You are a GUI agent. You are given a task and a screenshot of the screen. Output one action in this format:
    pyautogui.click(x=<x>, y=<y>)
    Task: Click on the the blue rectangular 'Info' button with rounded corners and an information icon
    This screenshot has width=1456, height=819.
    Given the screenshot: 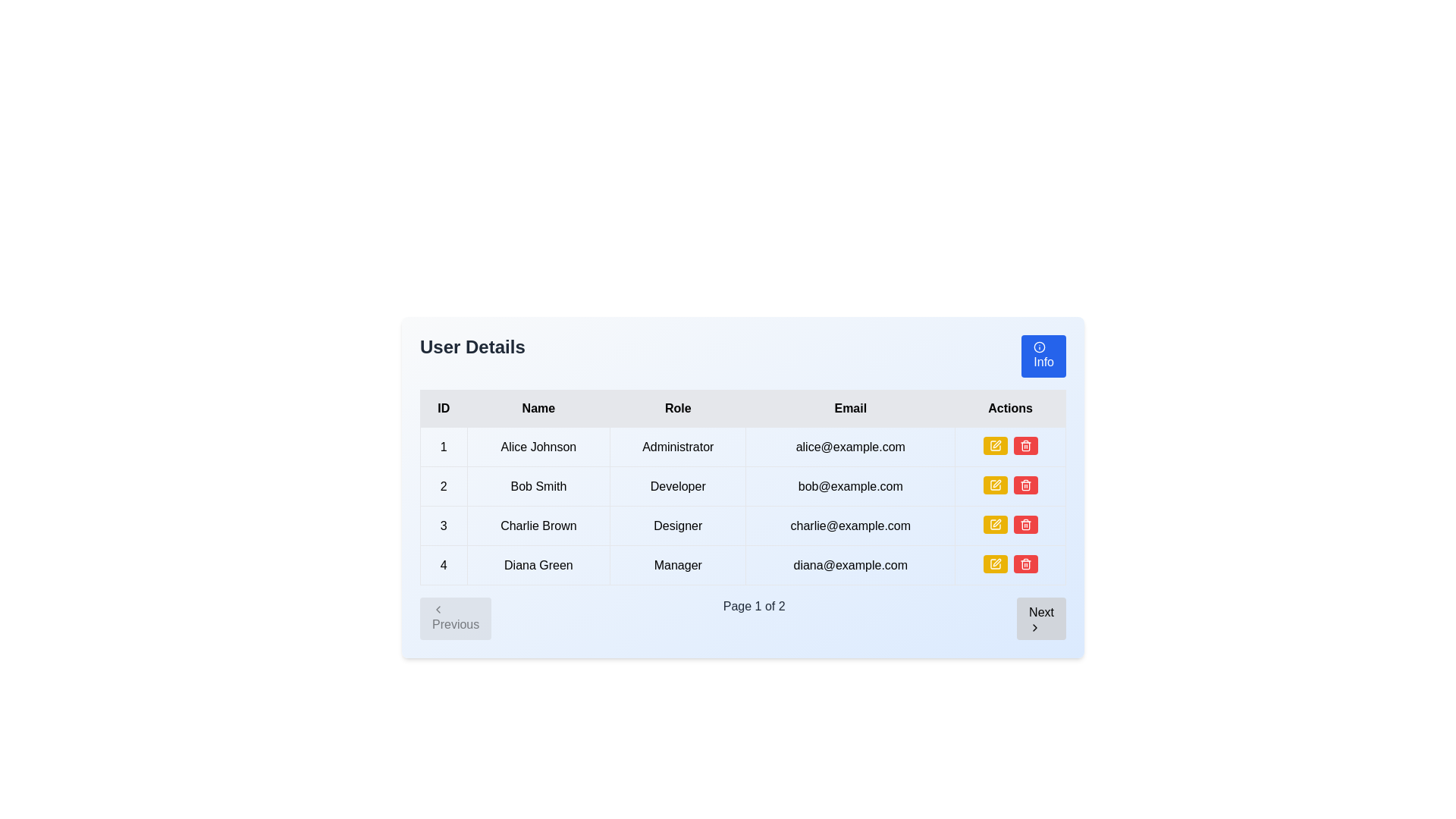 What is the action you would take?
    pyautogui.click(x=1043, y=356)
    